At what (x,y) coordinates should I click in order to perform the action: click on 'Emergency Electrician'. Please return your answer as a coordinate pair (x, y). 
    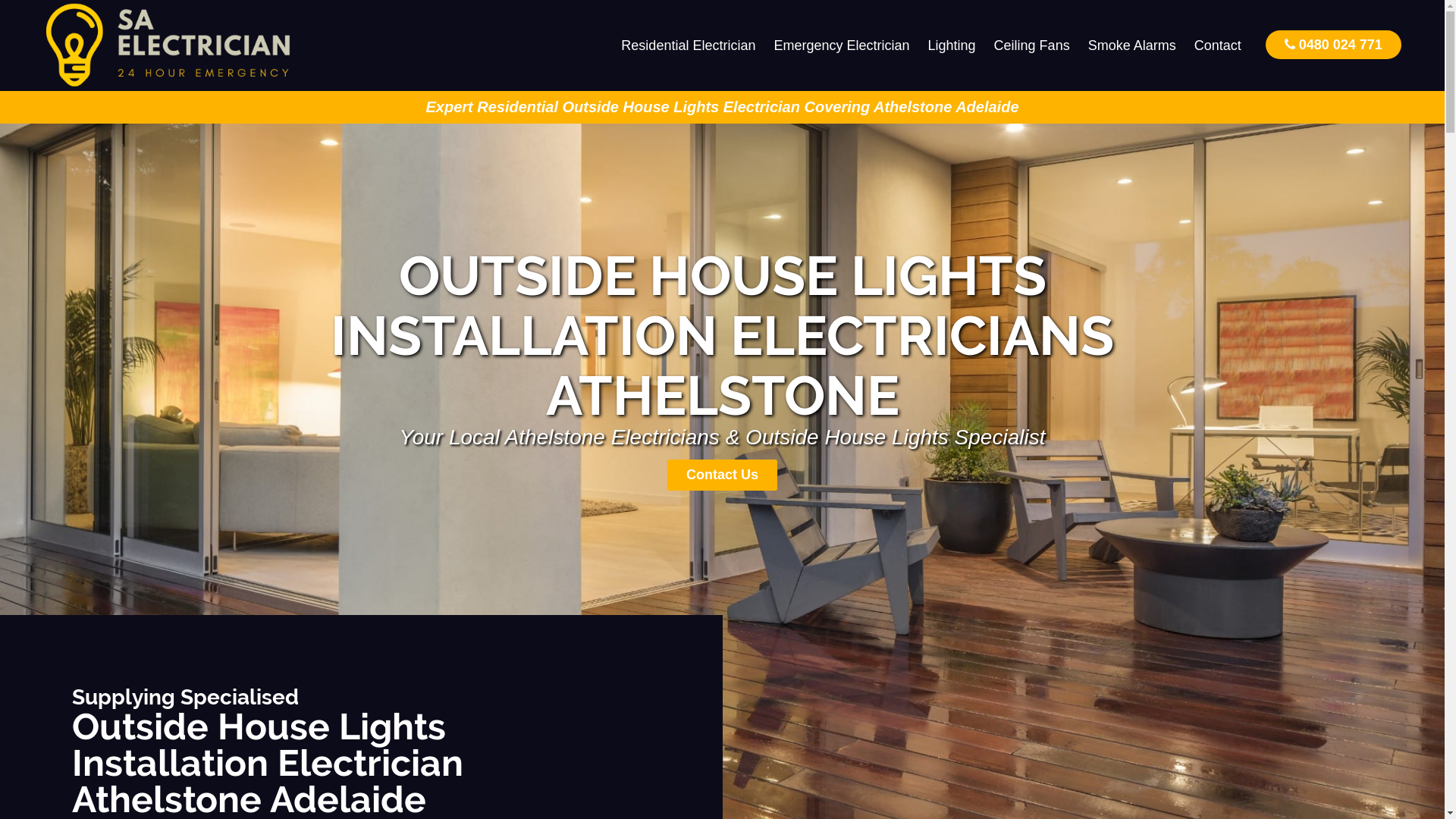
    Looking at the image, I should click on (840, 45).